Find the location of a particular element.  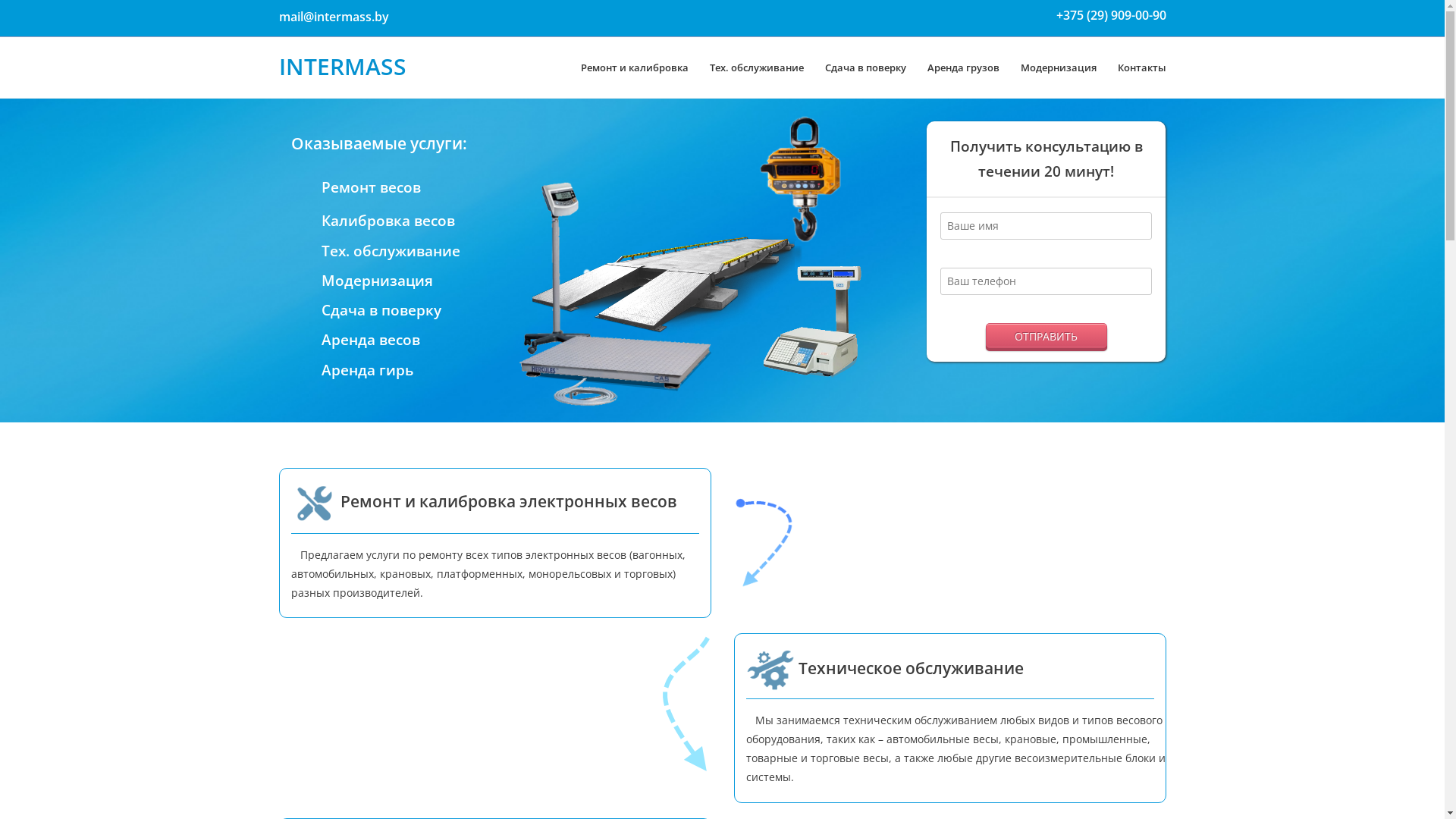

'INTERMASS' is located at coordinates (279, 65).